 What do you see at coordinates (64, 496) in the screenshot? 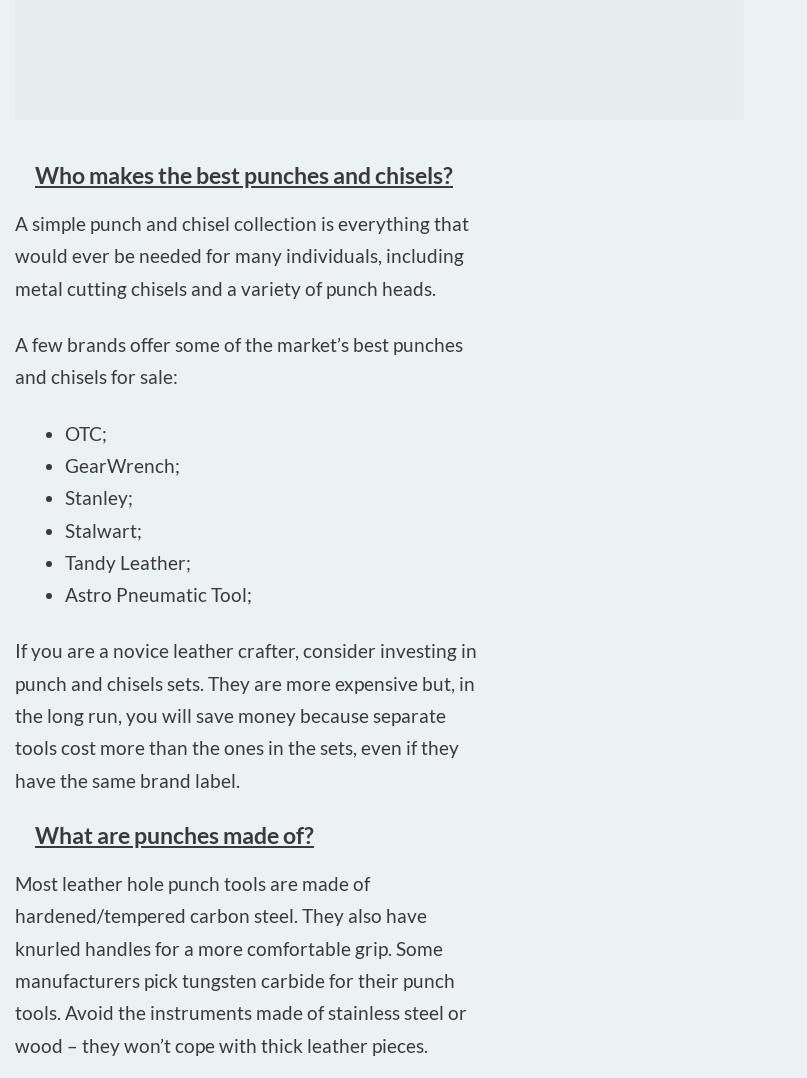
I see `'Stanley;'` at bounding box center [64, 496].